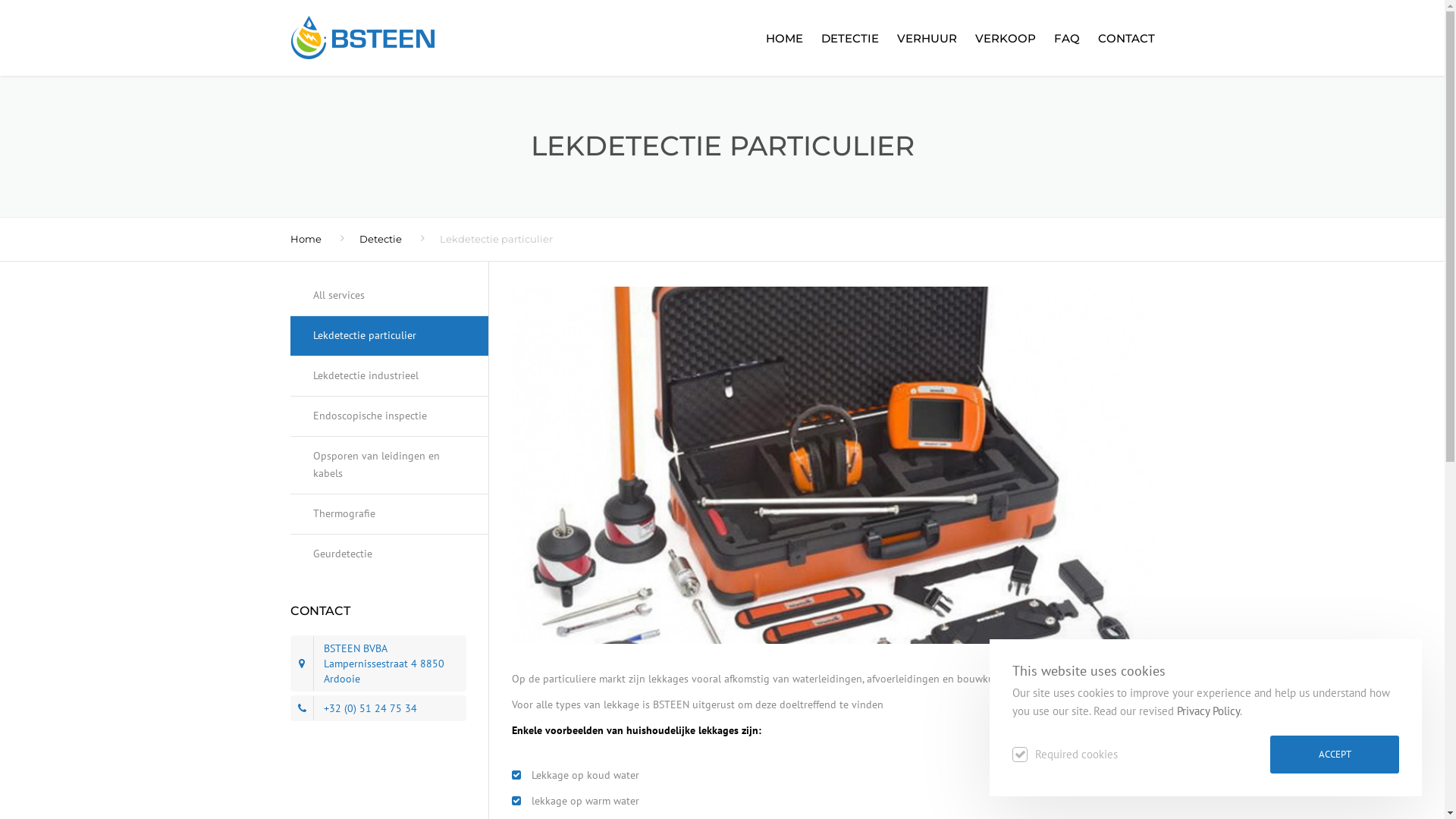 Image resolution: width=1456 pixels, height=819 pixels. I want to click on 'DETECTIE', so click(811, 37).